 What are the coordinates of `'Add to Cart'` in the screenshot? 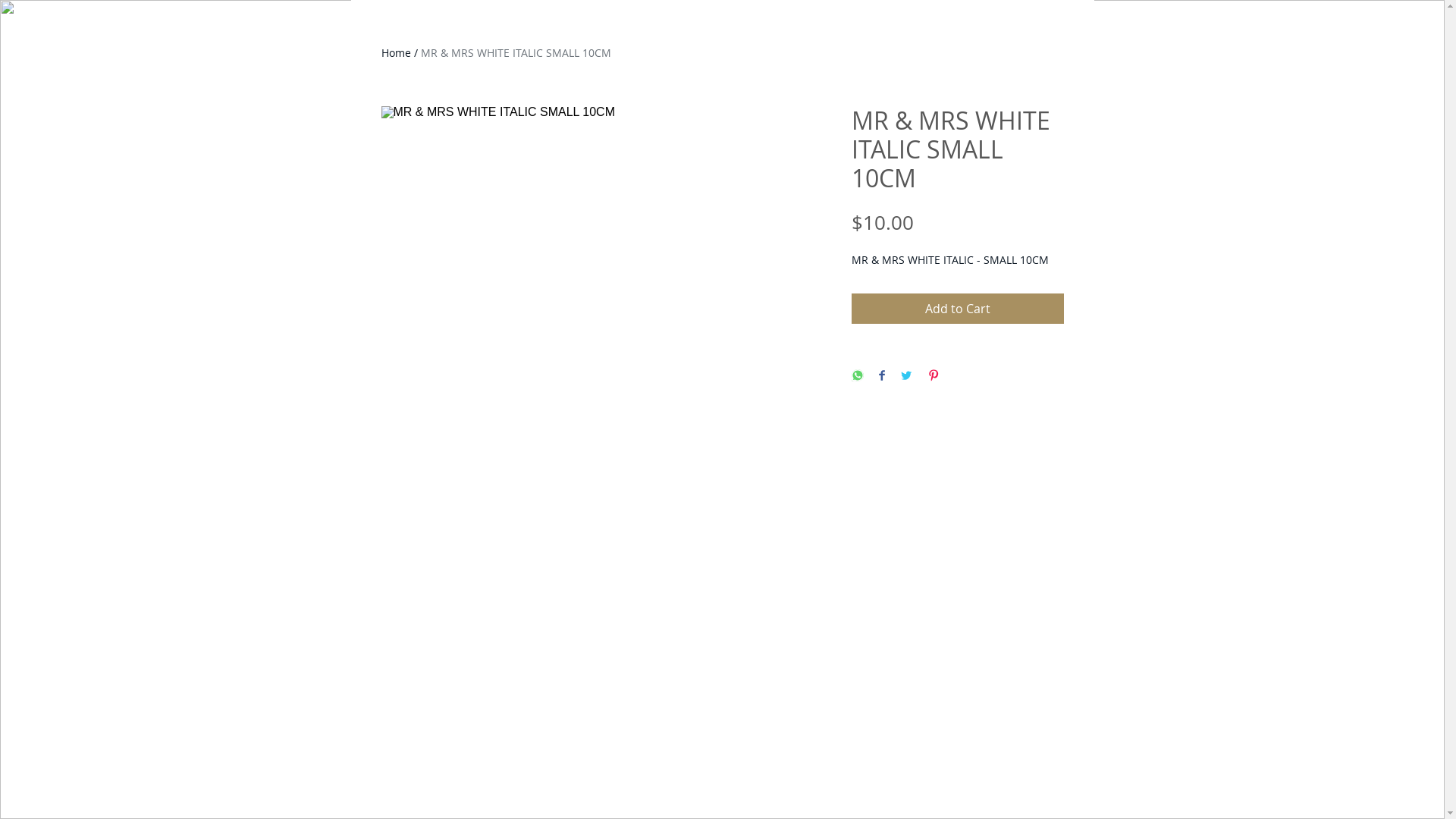 It's located at (956, 308).